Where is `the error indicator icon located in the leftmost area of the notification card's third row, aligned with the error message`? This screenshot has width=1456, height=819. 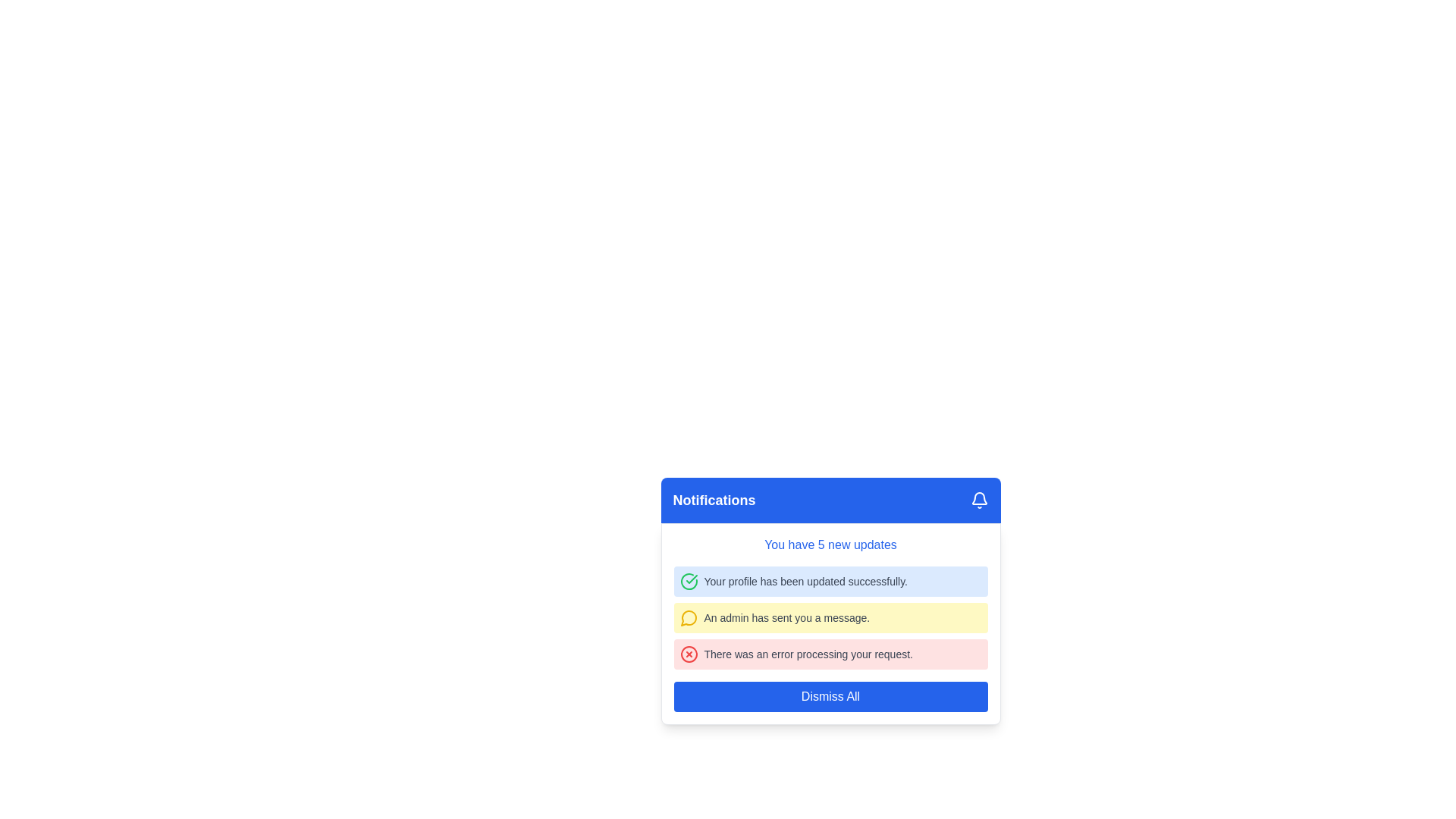 the error indicator icon located in the leftmost area of the notification card's third row, aligned with the error message is located at coordinates (688, 654).